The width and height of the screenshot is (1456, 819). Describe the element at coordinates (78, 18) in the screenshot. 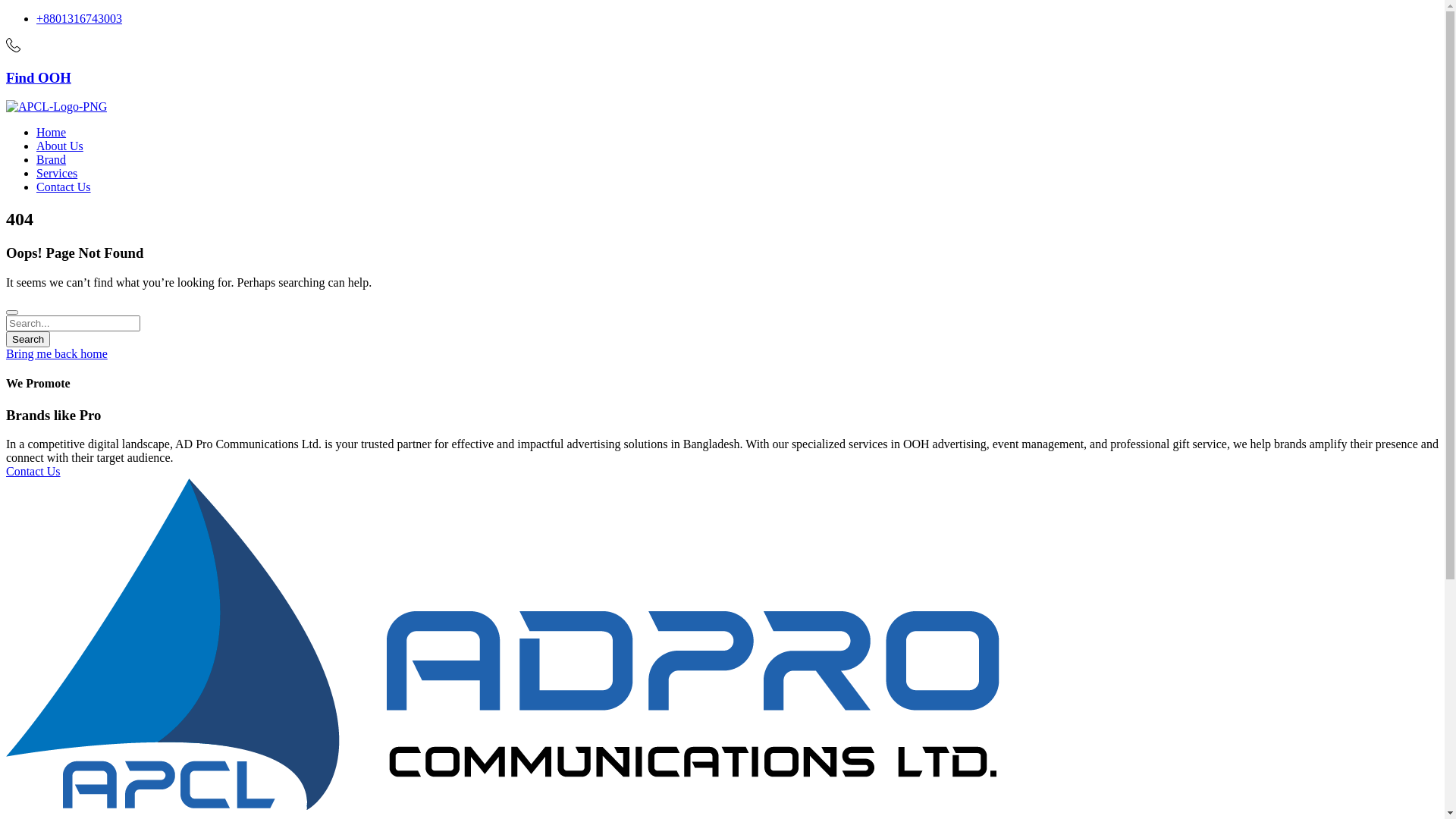

I see `'+8801316743003'` at that location.